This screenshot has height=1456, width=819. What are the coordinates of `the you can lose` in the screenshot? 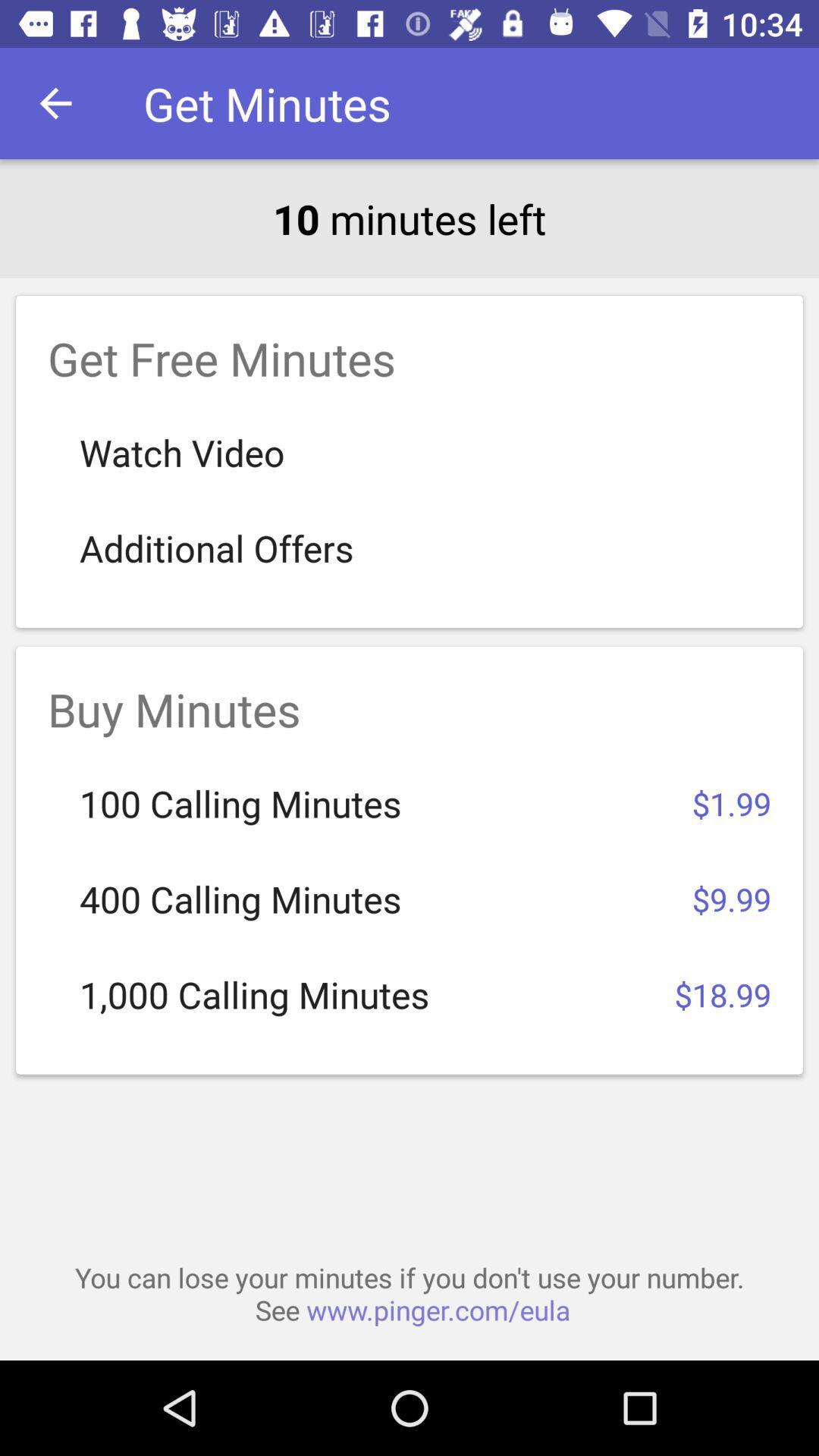 It's located at (409, 1293).